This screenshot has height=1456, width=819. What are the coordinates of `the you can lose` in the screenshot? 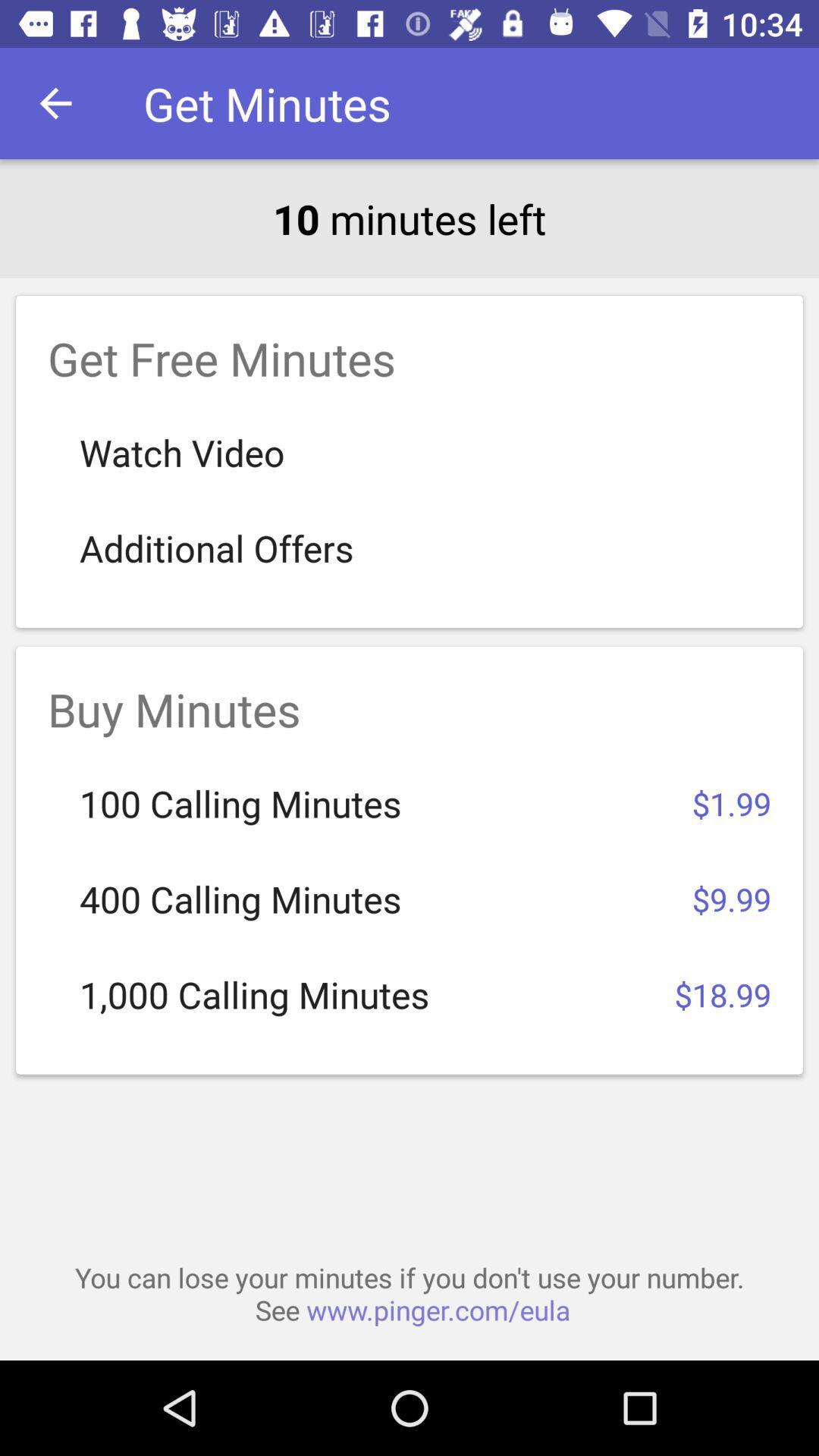 It's located at (409, 1293).